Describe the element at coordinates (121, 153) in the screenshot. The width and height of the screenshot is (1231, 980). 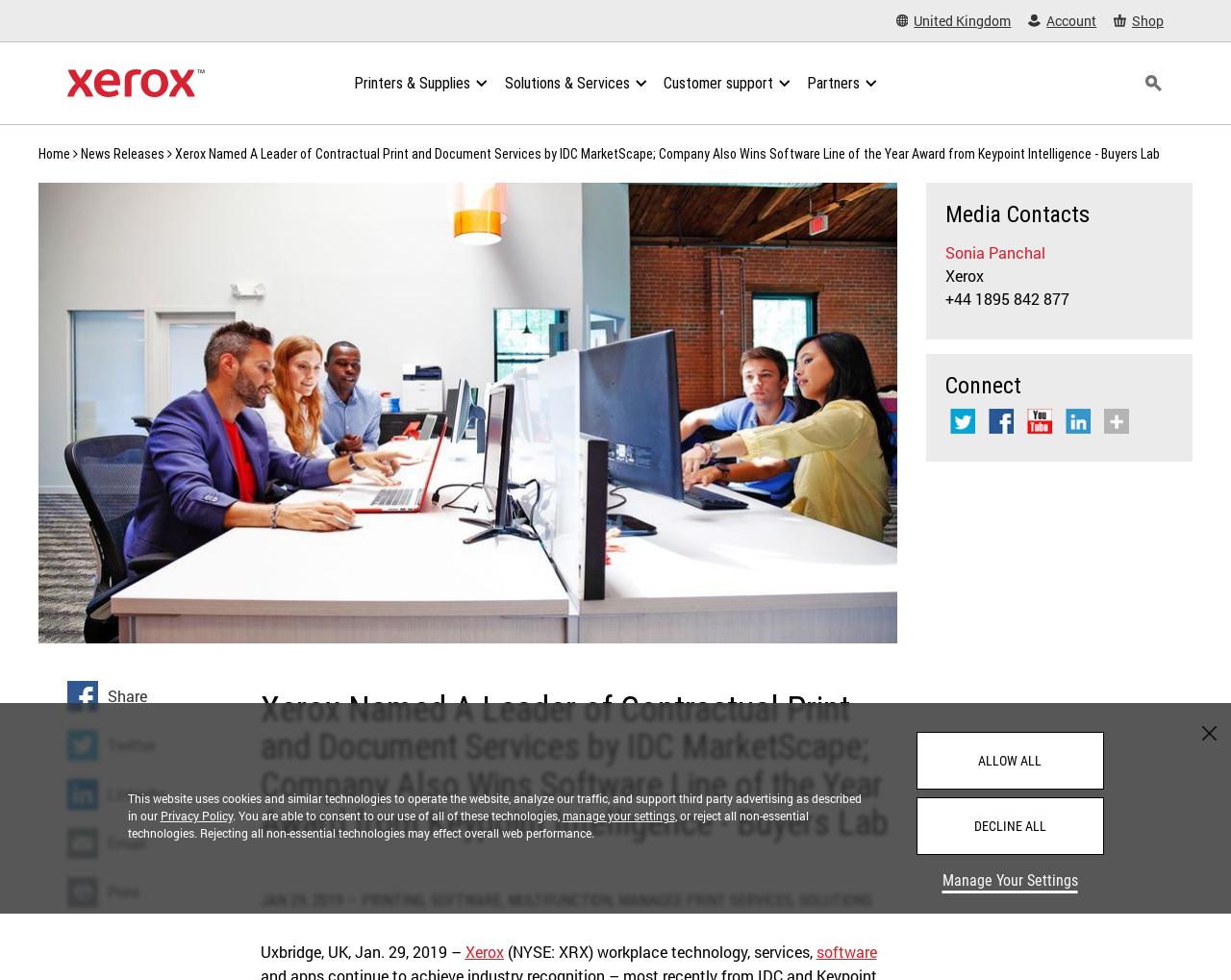
I see `'News Releases'` at that location.